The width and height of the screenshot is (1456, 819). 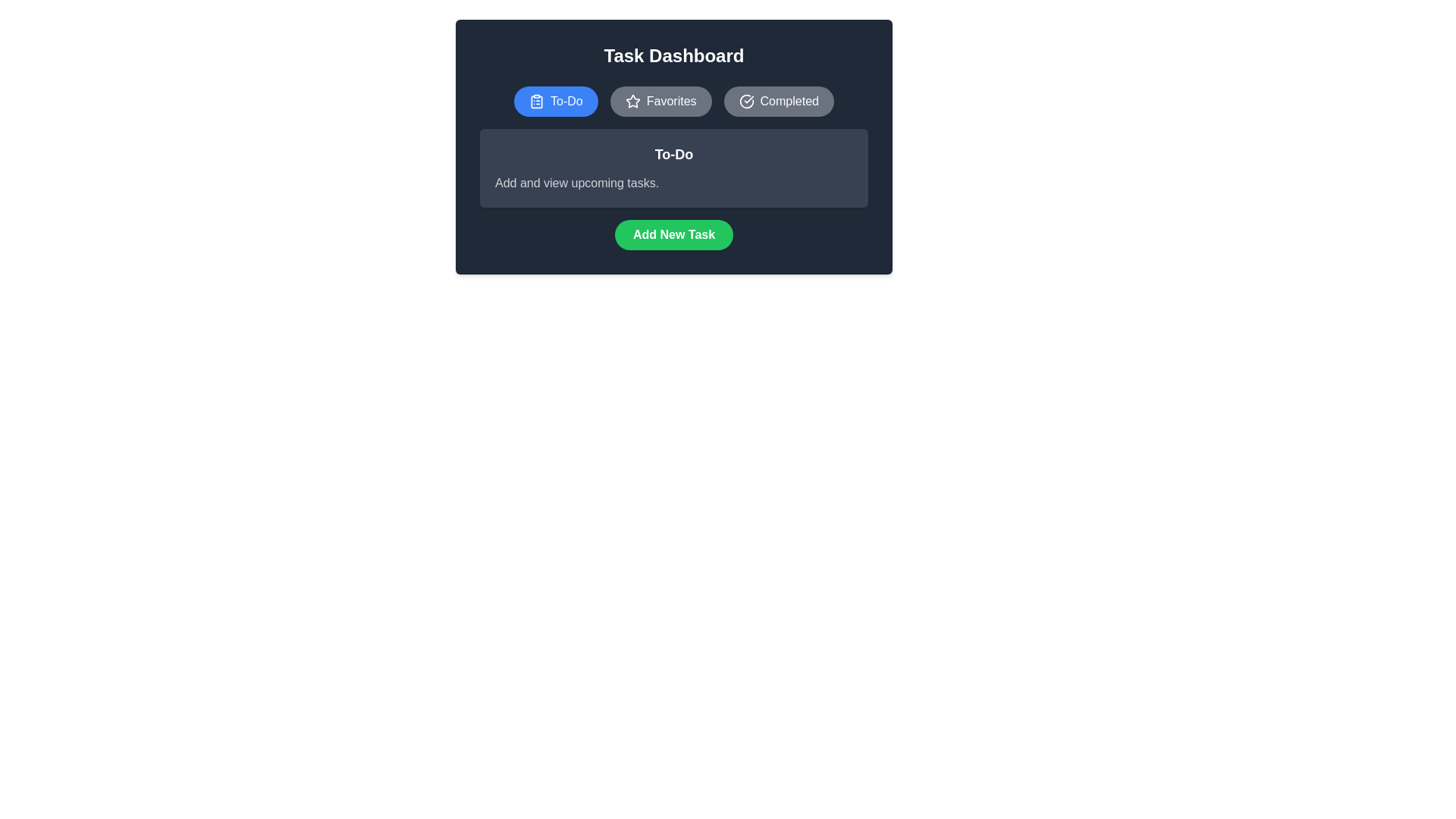 I want to click on the 'Add New Task' button, so click(x=673, y=234).